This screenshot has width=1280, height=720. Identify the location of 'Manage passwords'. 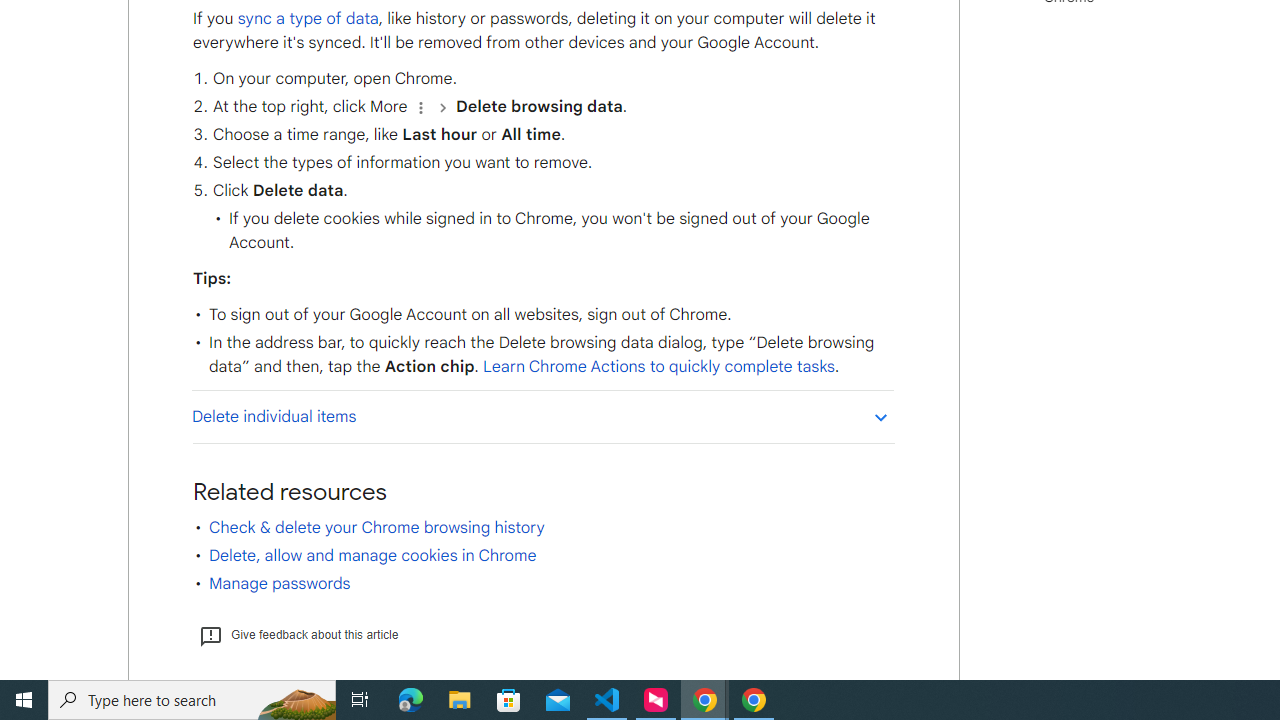
(278, 583).